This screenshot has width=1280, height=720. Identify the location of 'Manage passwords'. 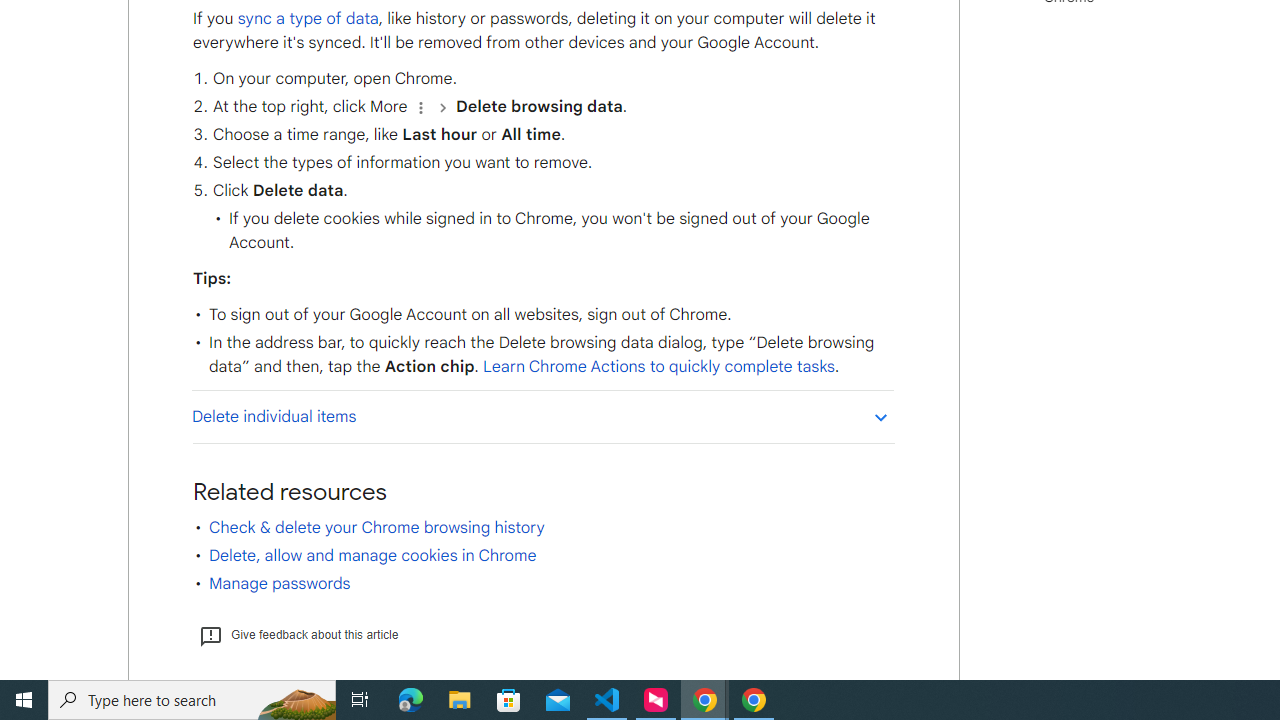
(278, 583).